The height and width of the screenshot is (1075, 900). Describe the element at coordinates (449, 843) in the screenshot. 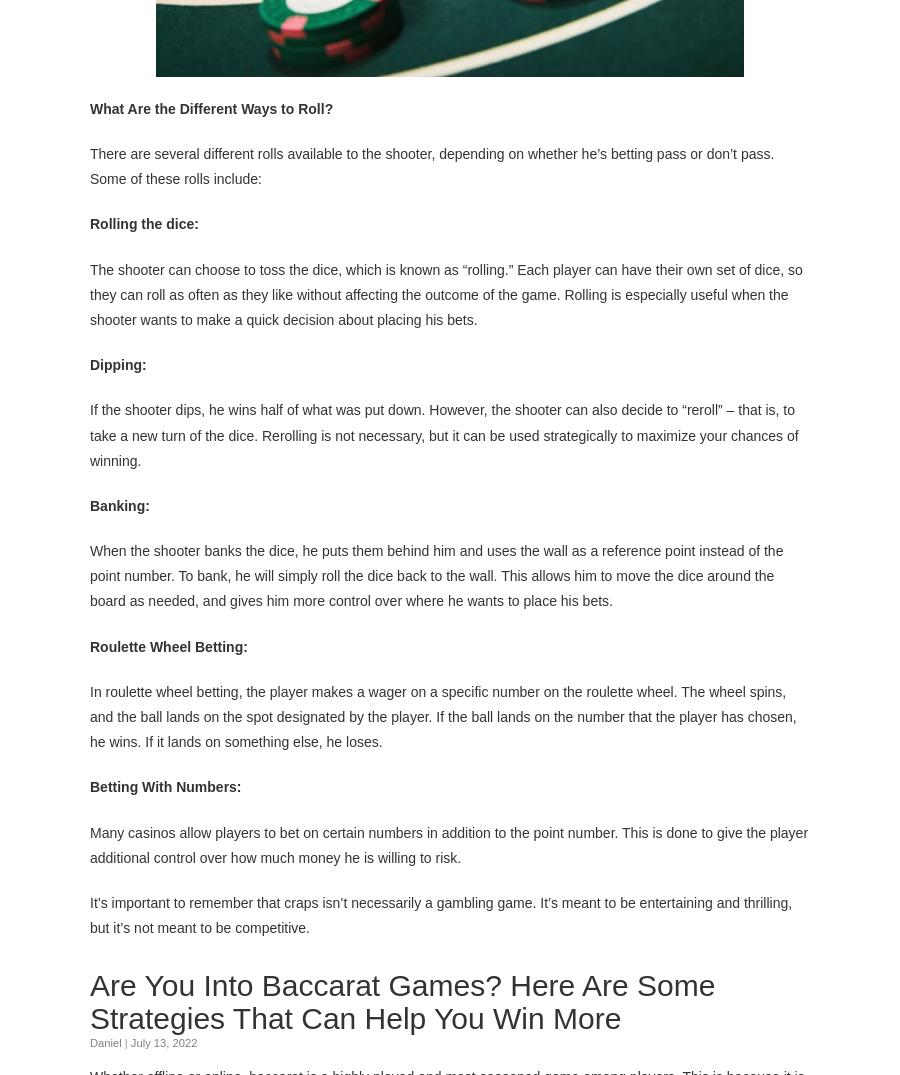

I see `'Many casinos allow players to bet on certain numbers in addition to the point number. This is done to give the player additional control over how much money he is willing to risk.'` at that location.